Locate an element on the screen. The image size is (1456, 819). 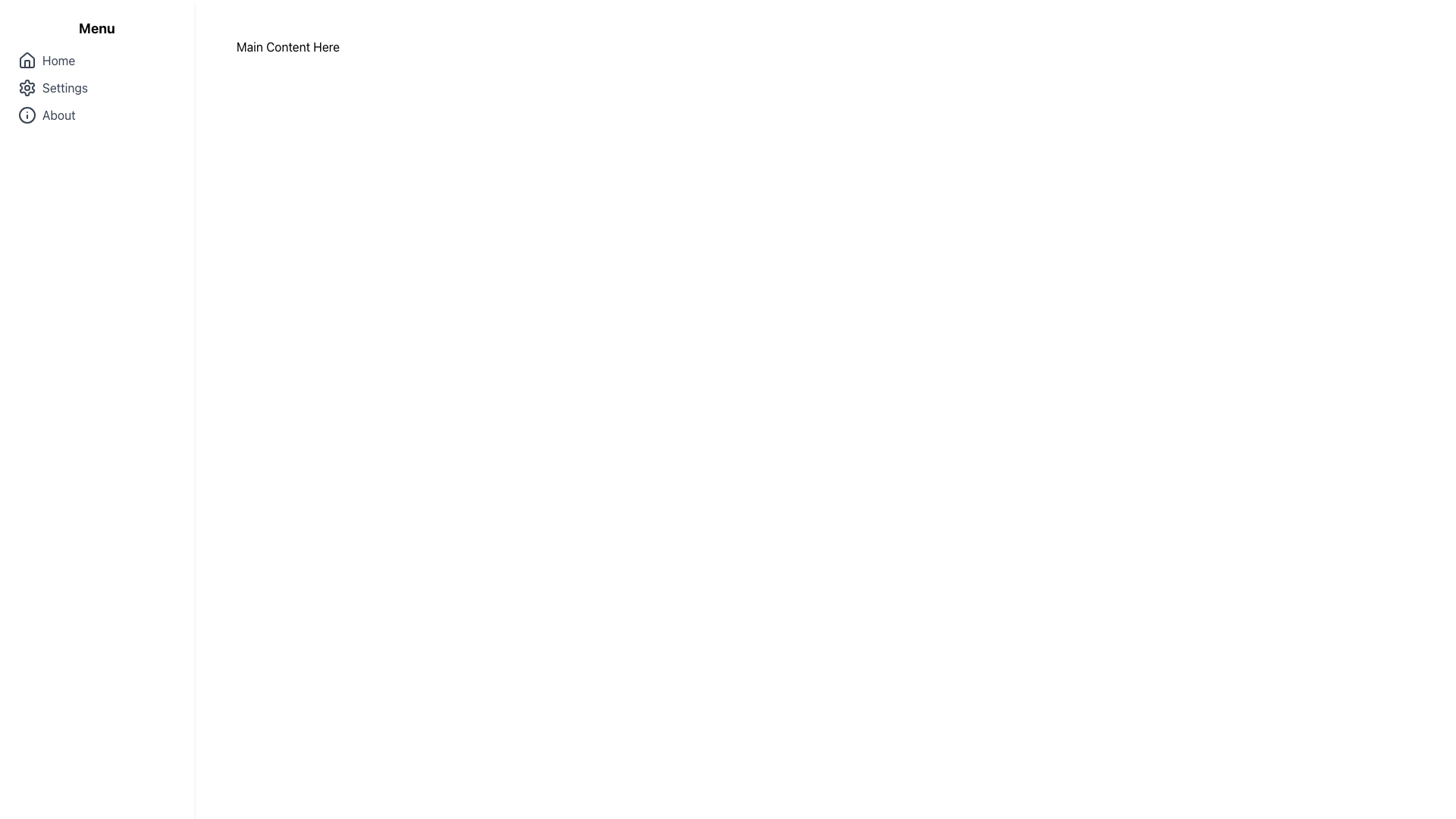
the 'Home' icon located in the left sidebar navigation menu, which serves as an entry point to the main page or dashboard of the application is located at coordinates (27, 58).